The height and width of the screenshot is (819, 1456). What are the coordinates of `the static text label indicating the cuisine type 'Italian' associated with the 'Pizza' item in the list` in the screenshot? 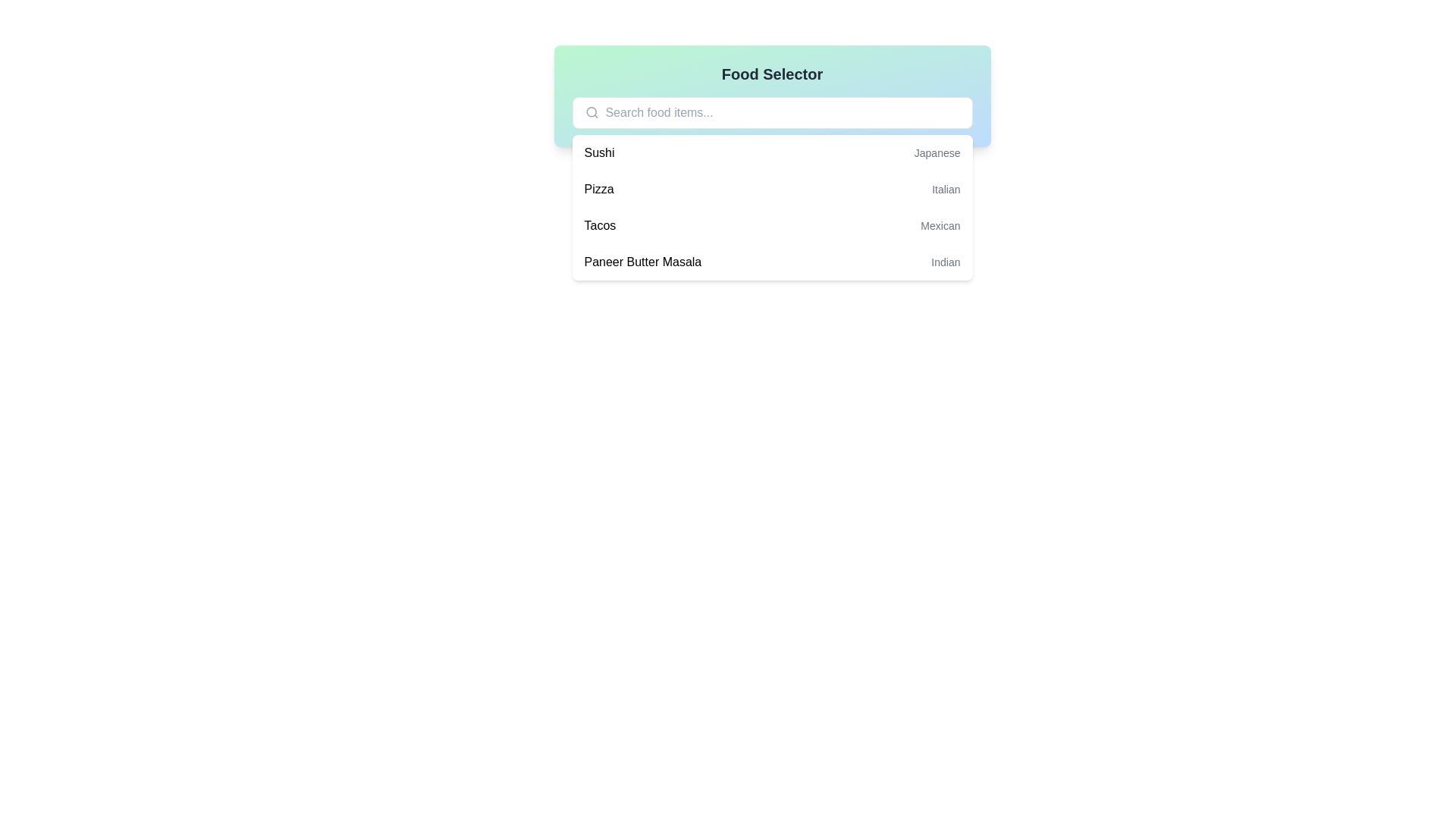 It's located at (945, 189).